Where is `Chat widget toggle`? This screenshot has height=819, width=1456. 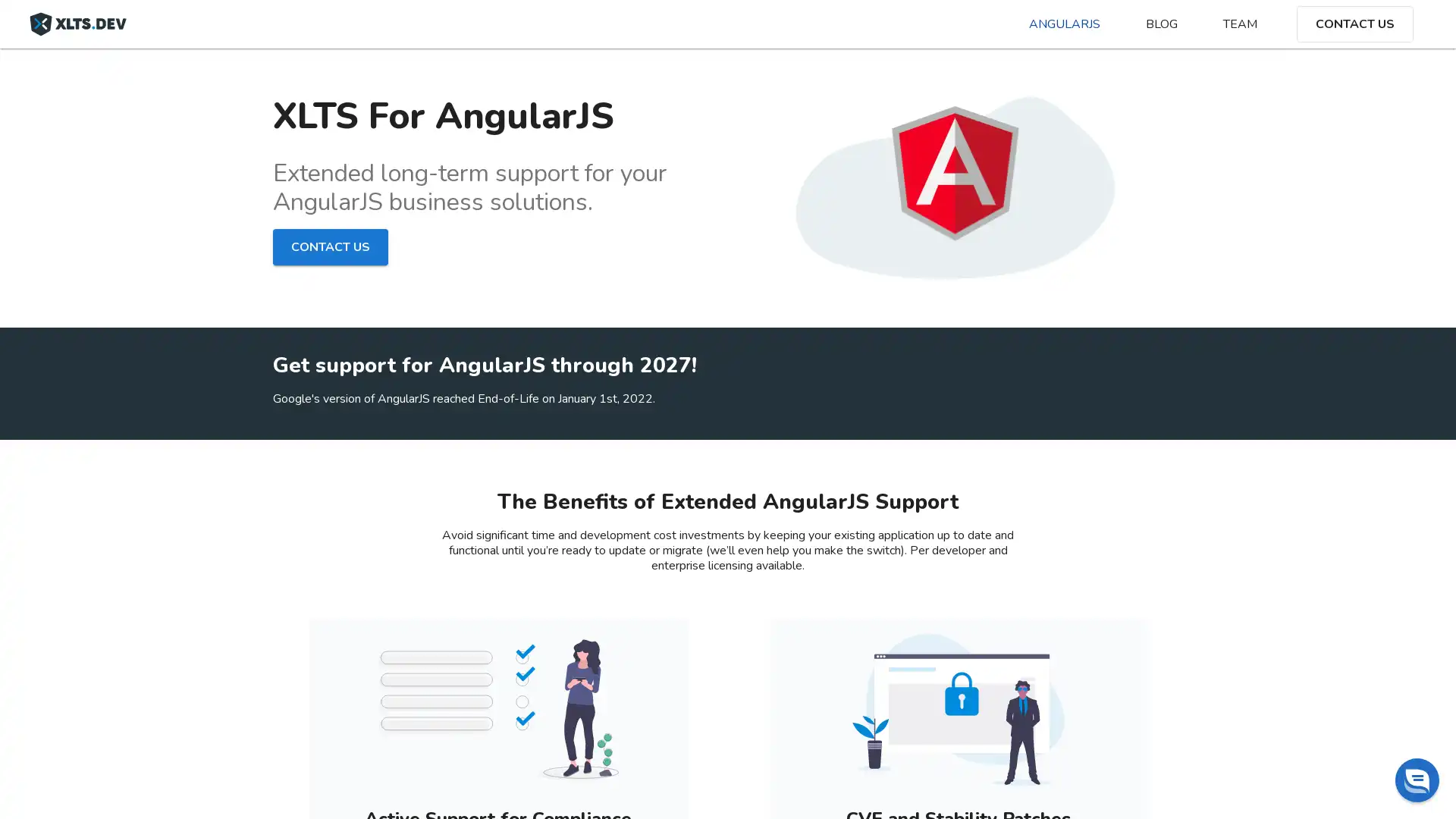
Chat widget toggle is located at coordinates (1416, 780).